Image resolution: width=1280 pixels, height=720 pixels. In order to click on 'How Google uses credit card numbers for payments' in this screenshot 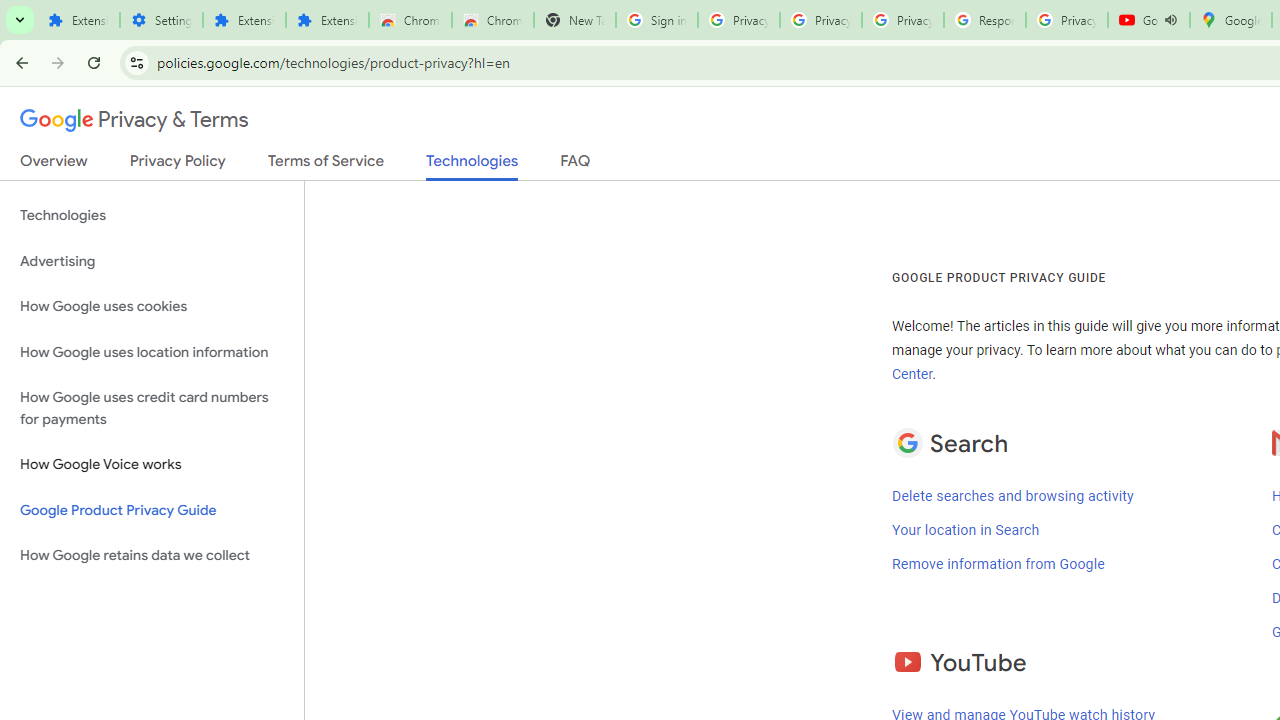, I will do `click(151, 407)`.